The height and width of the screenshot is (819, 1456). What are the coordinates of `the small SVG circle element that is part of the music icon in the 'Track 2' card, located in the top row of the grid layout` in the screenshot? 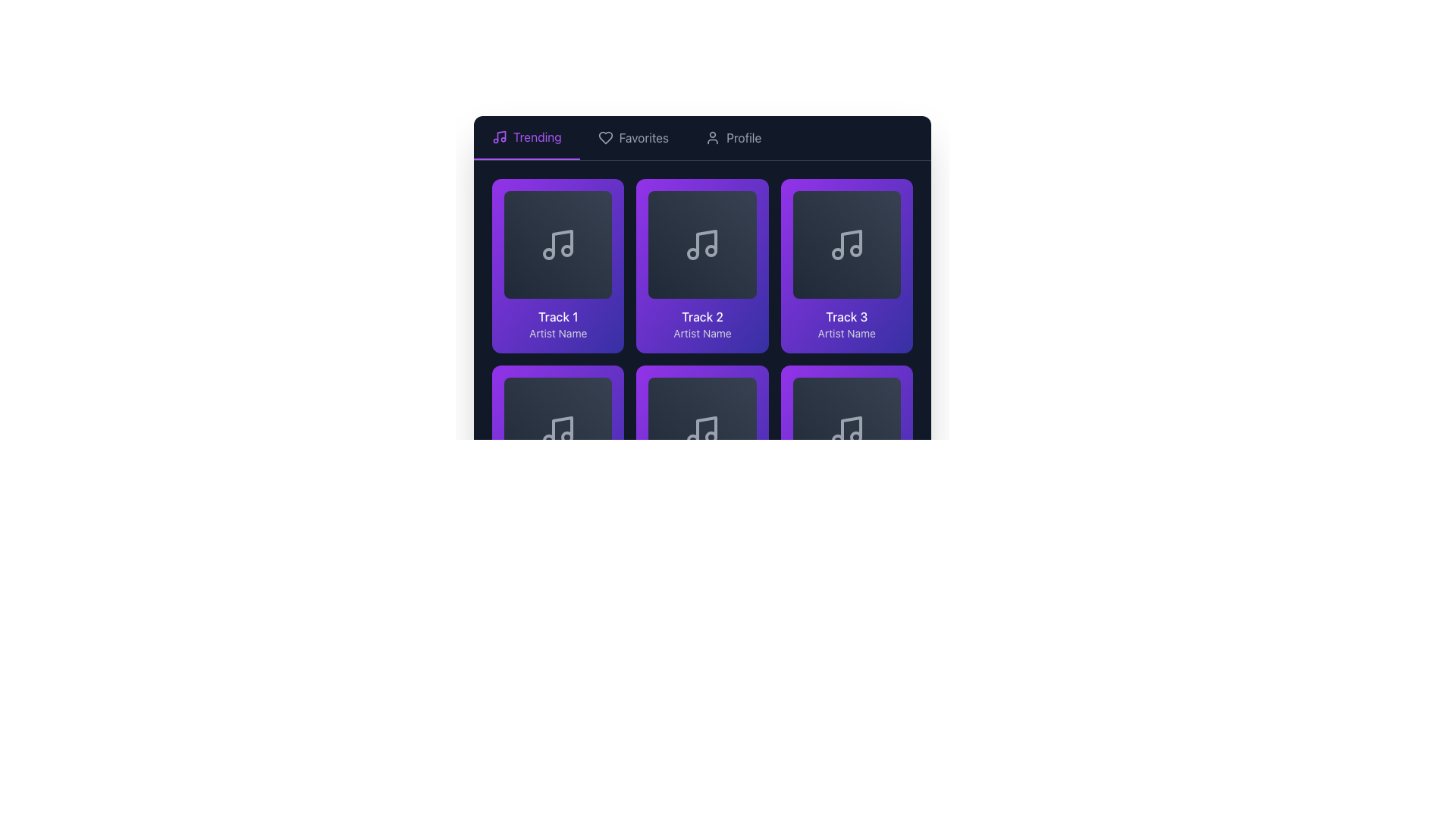 It's located at (692, 253).